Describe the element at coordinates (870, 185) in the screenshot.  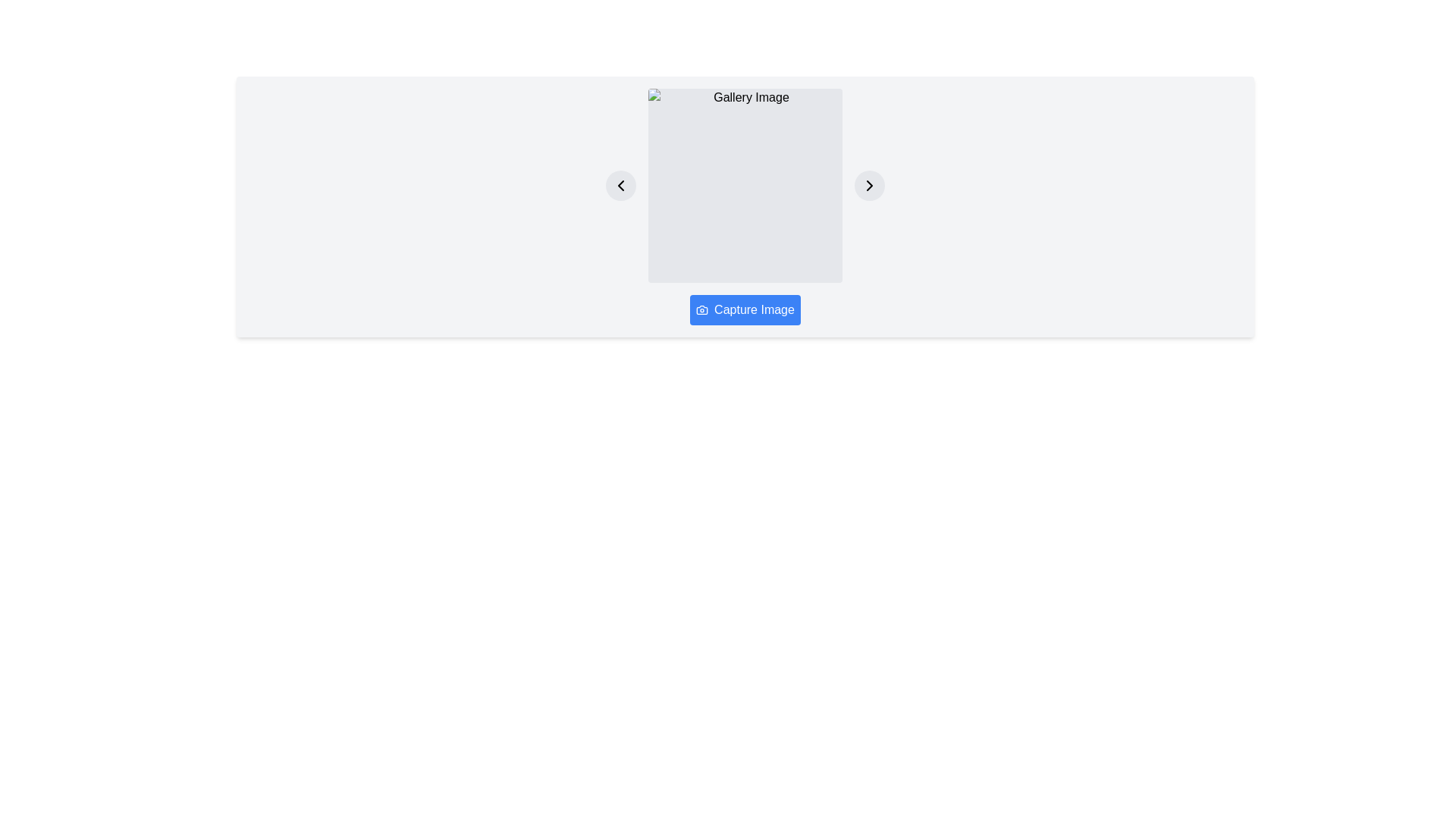
I see `the small right-pointing chevron arrow icon button, which is styled with thin black lines and embedded in a light gray circular area` at that location.